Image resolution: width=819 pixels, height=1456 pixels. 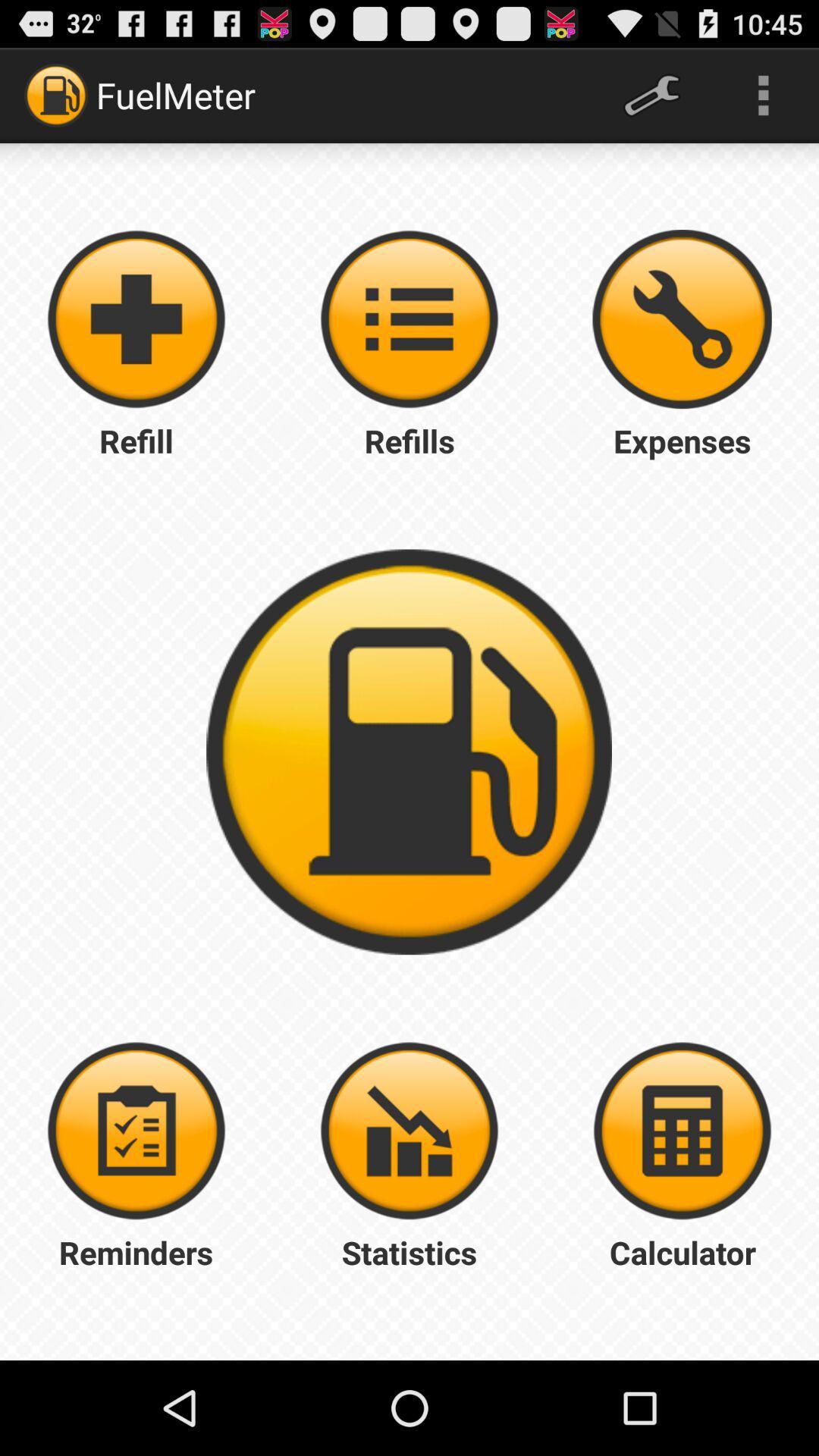 What do you see at coordinates (681, 318) in the screenshot?
I see `auto repair expenses` at bounding box center [681, 318].